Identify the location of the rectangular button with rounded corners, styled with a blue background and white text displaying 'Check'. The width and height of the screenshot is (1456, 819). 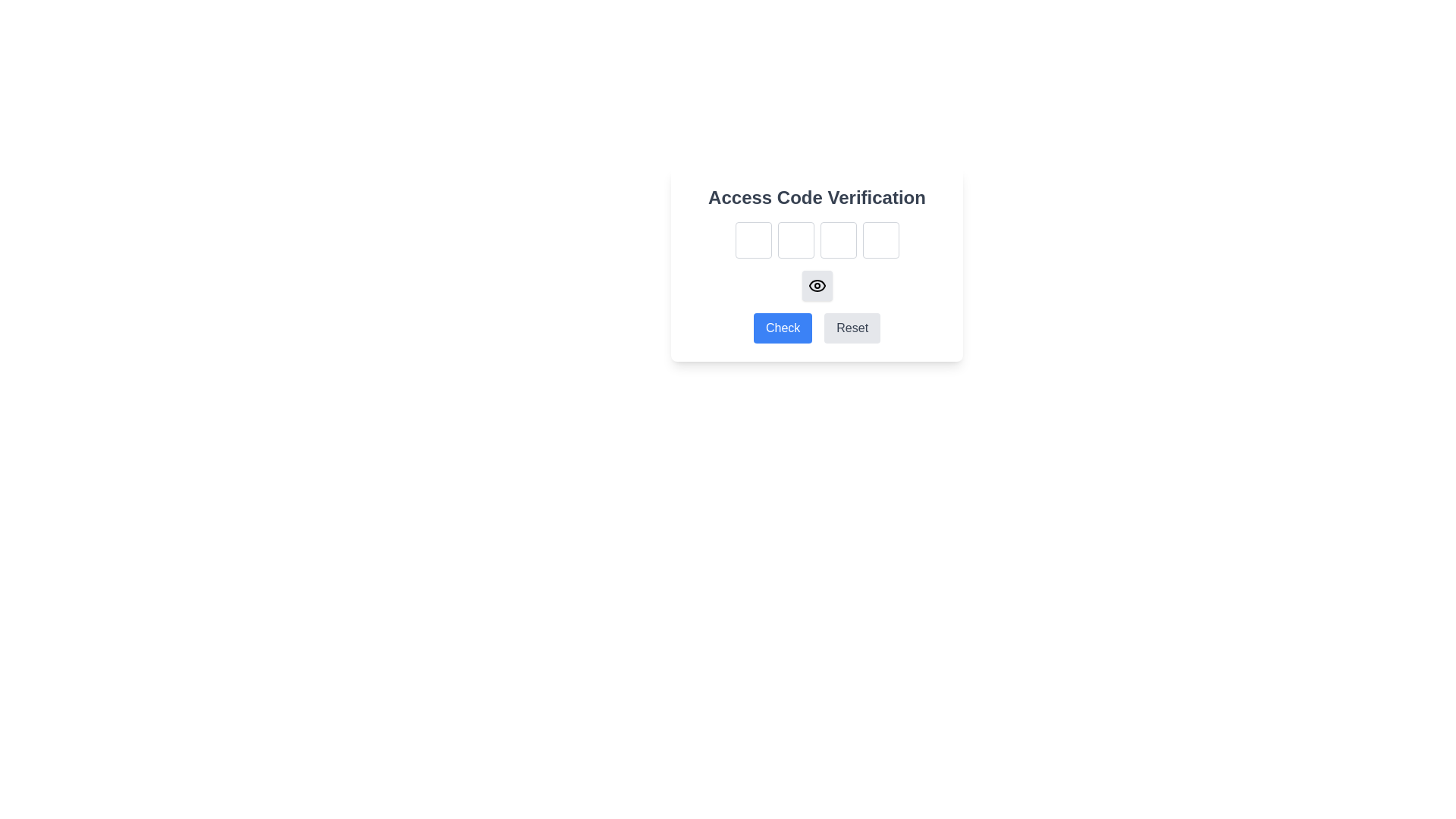
(783, 327).